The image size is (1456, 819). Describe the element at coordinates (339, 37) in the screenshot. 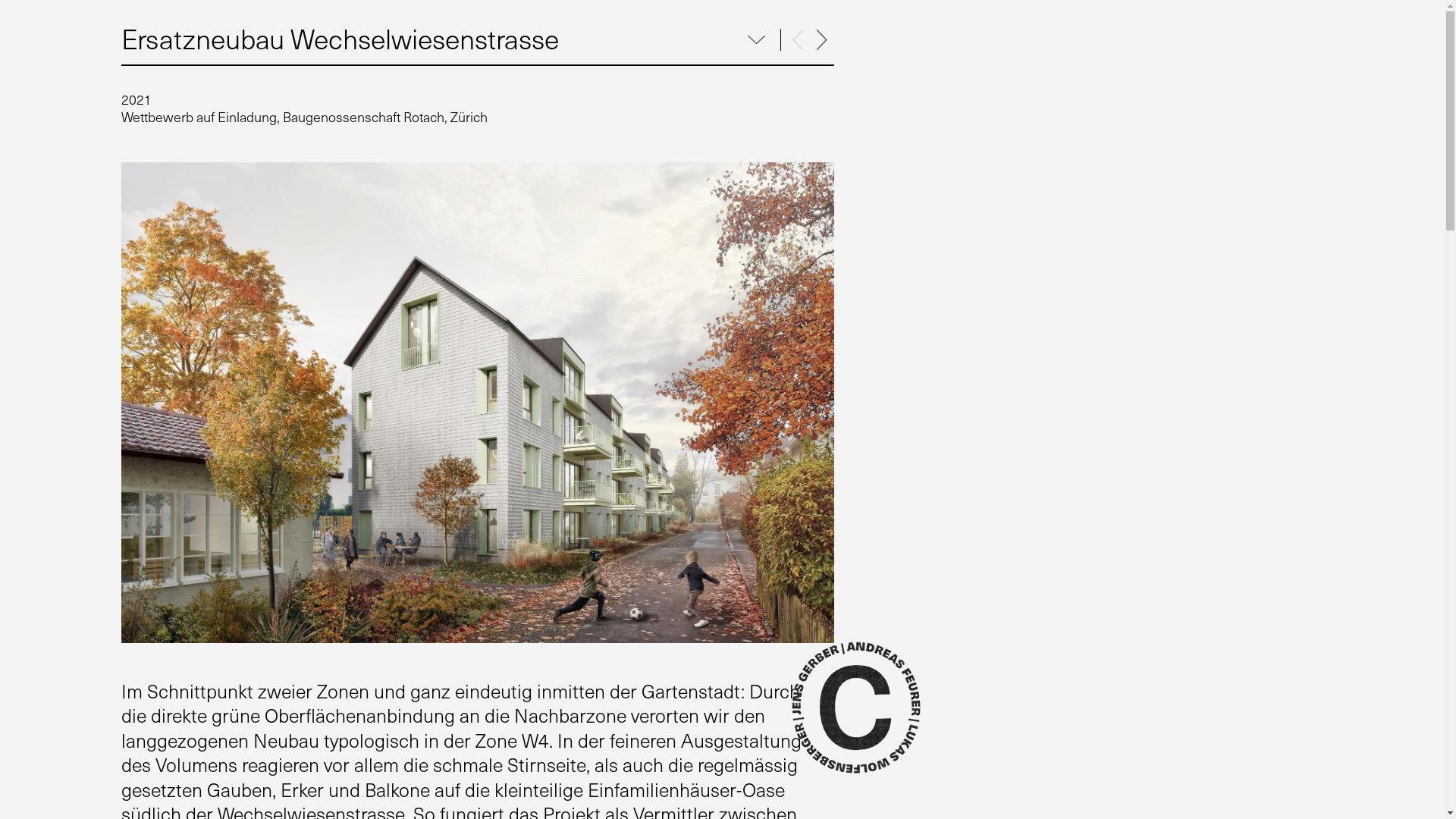

I see `'Ersatzneubau Wechselwiesenstrasse'` at that location.